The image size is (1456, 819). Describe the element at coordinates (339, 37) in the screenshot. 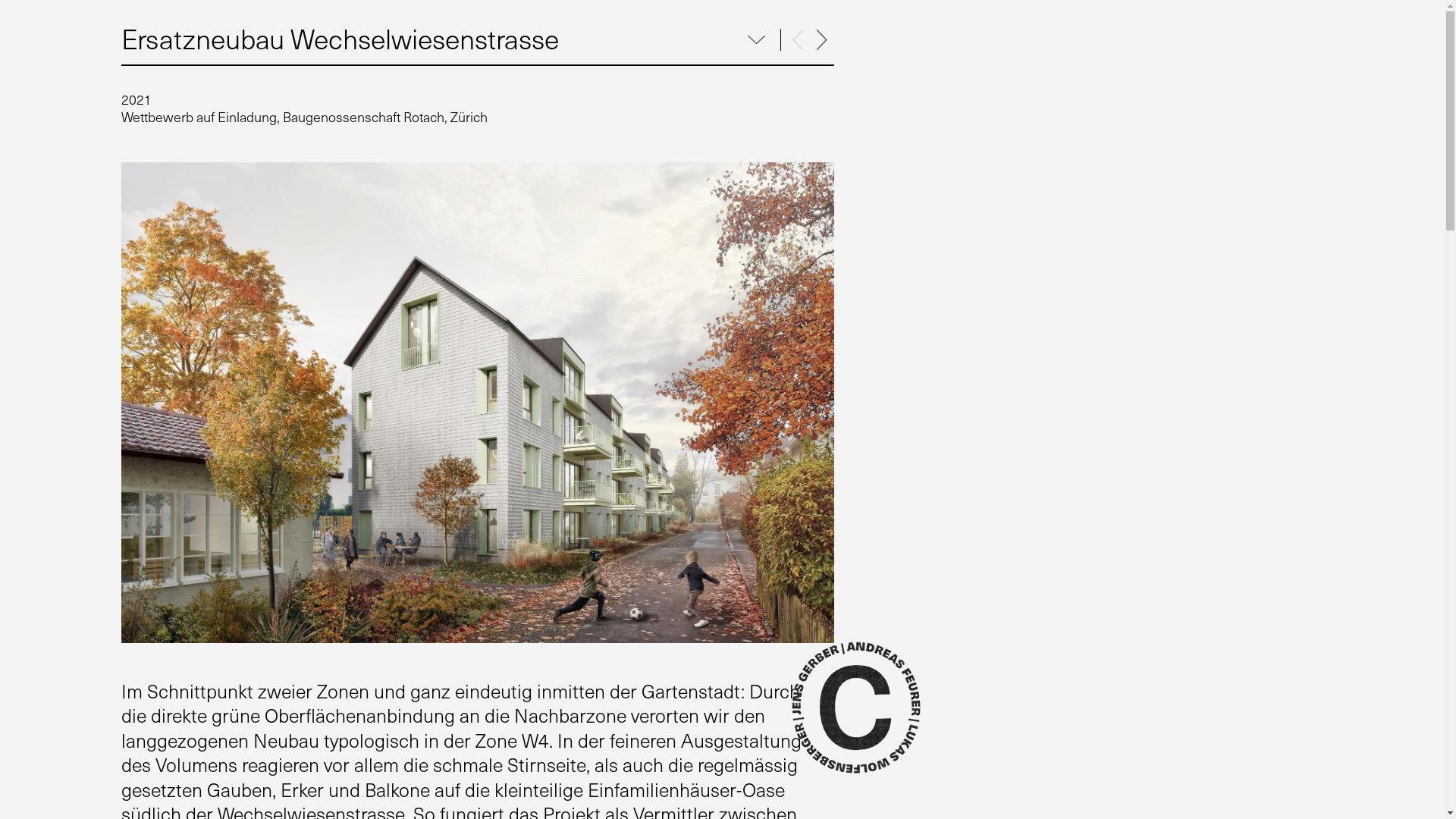

I see `'Ersatzneubau Wechselwiesenstrasse'` at that location.